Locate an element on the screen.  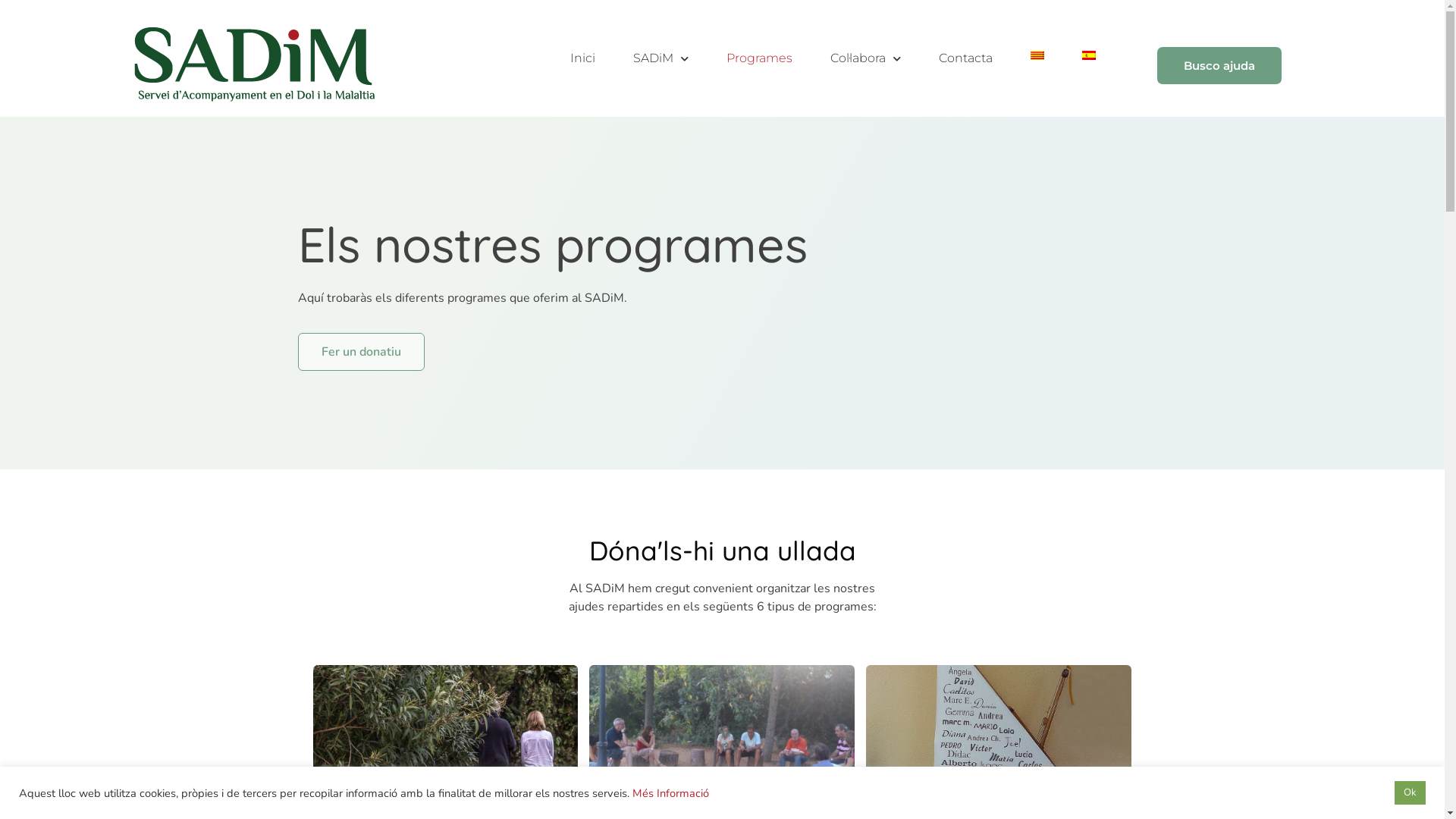
'Contacta' is located at coordinates (965, 58).